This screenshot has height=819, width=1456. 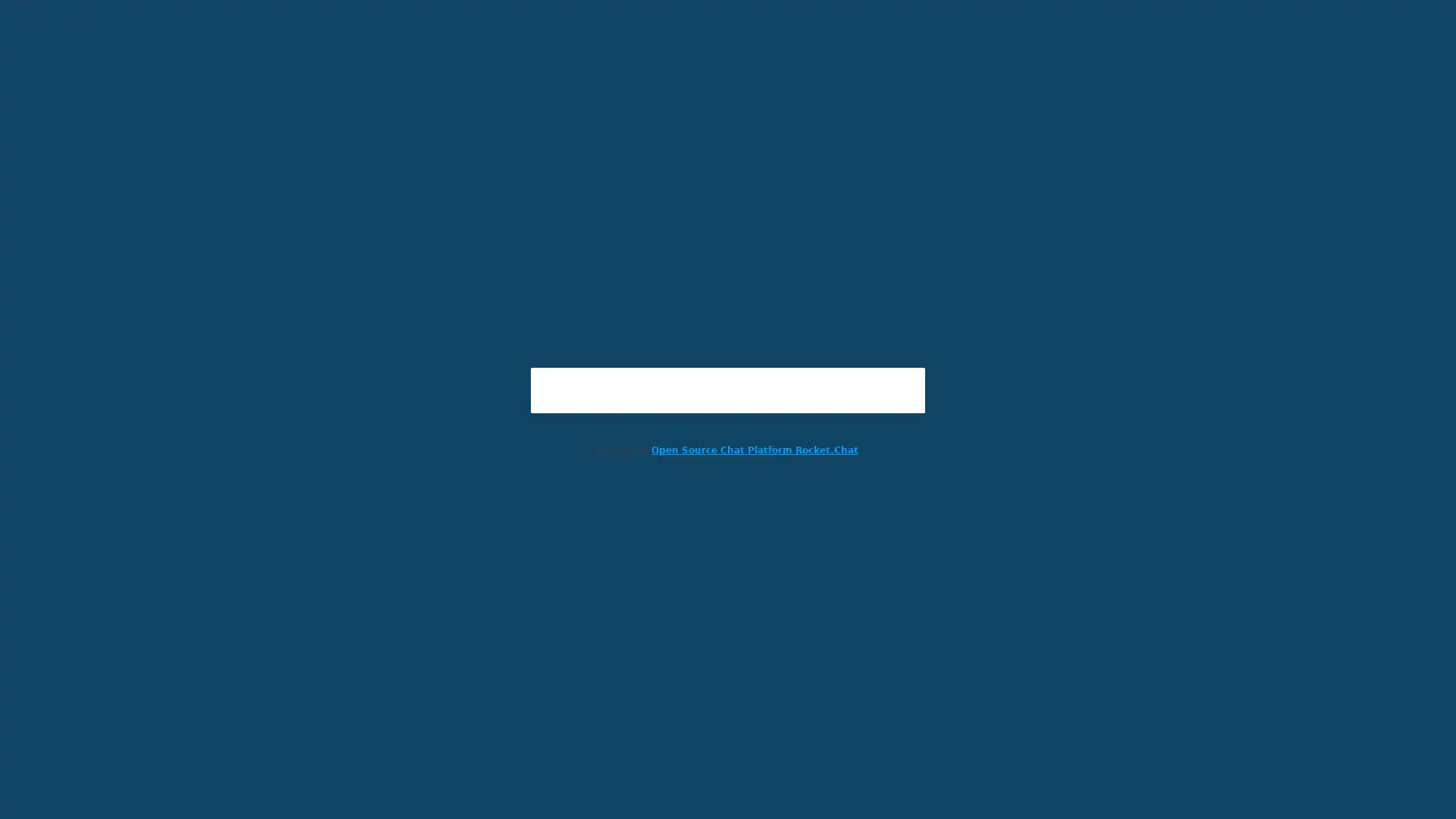 What do you see at coordinates (728, 472) in the screenshot?
I see `Forgot your password?` at bounding box center [728, 472].